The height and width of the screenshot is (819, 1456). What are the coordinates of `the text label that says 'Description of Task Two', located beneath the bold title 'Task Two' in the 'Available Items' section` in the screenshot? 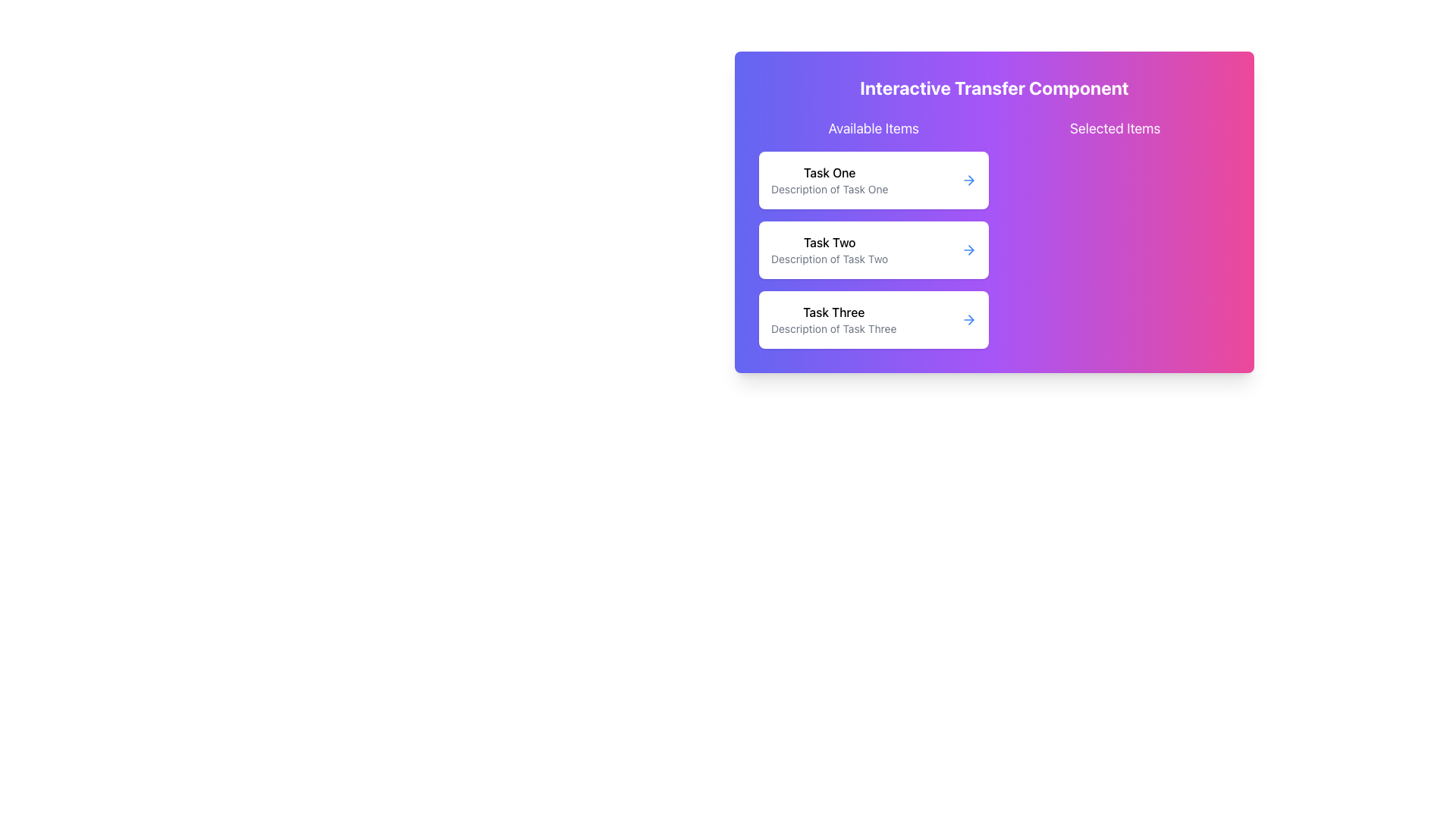 It's located at (829, 259).